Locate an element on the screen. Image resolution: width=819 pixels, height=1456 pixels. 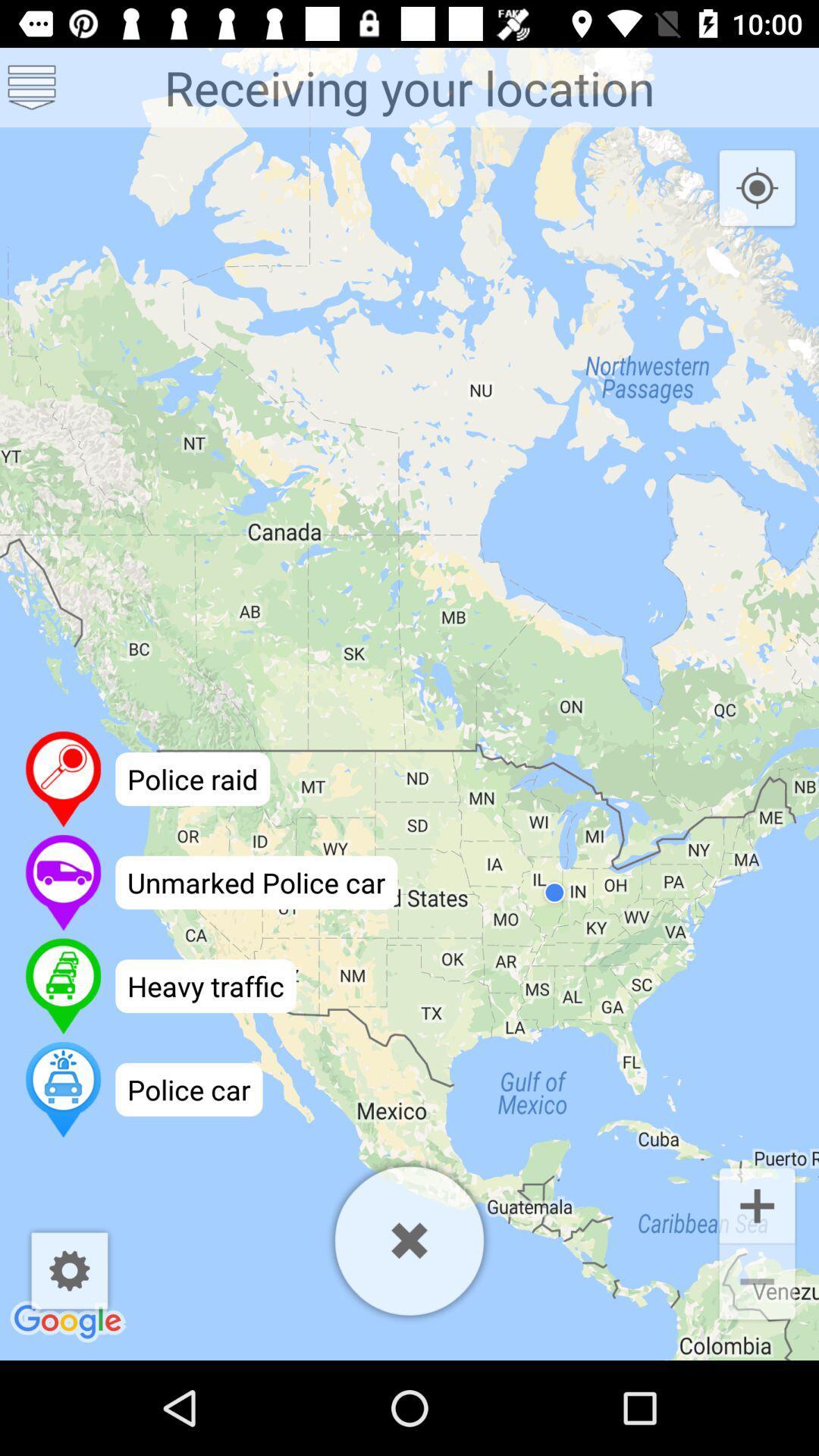
the map is located at coordinates (409, 1241).